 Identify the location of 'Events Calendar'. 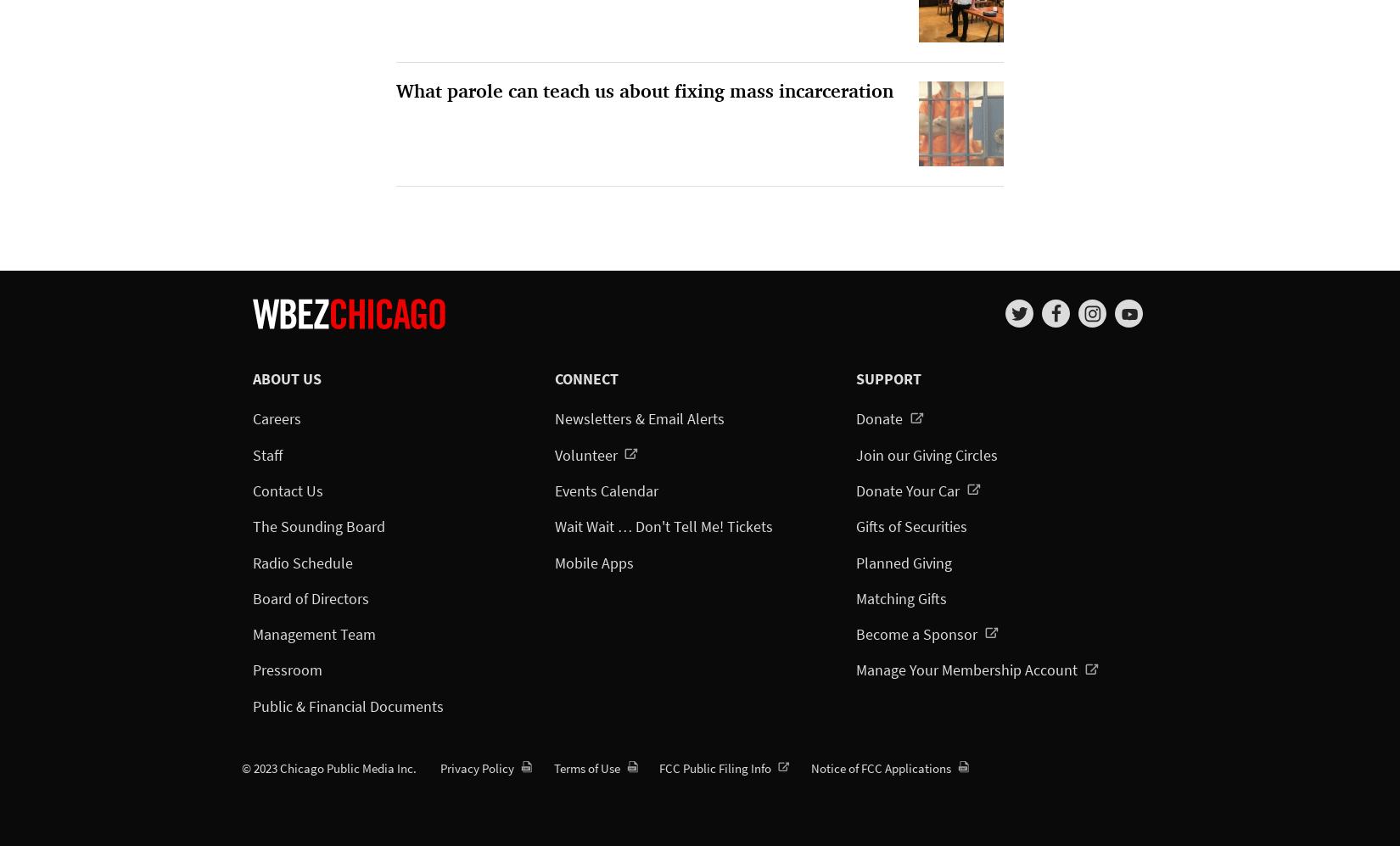
(604, 490).